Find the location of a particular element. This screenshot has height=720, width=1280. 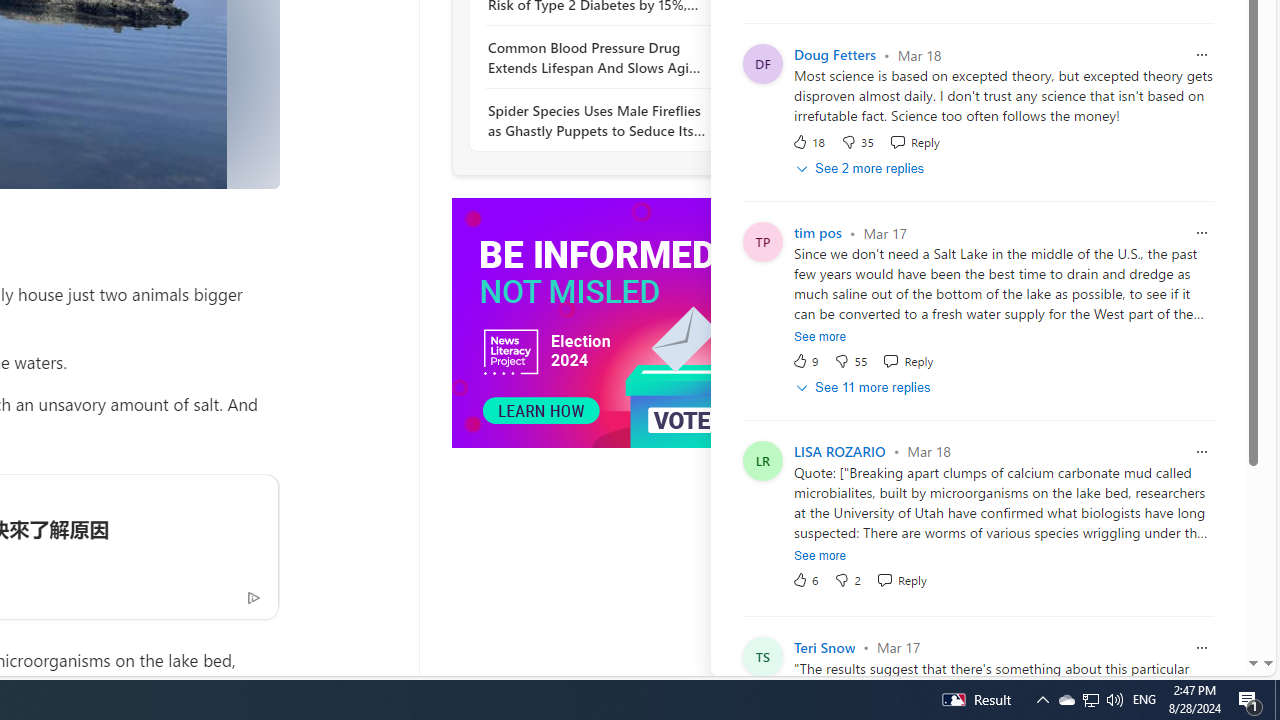

'Doug Fetters' is located at coordinates (835, 54).